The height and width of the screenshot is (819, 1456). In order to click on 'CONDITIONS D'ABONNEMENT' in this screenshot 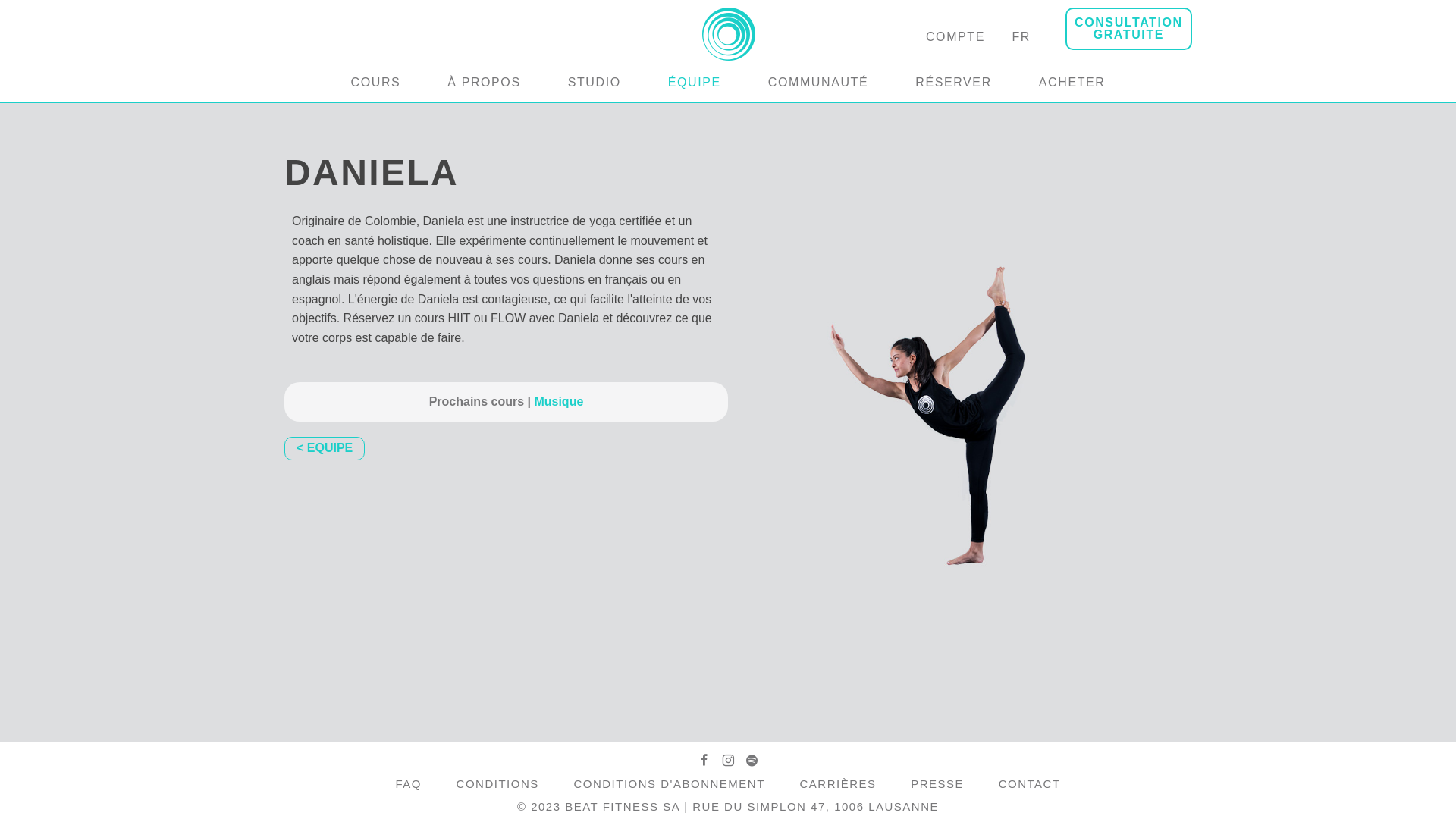, I will do `click(668, 783)`.